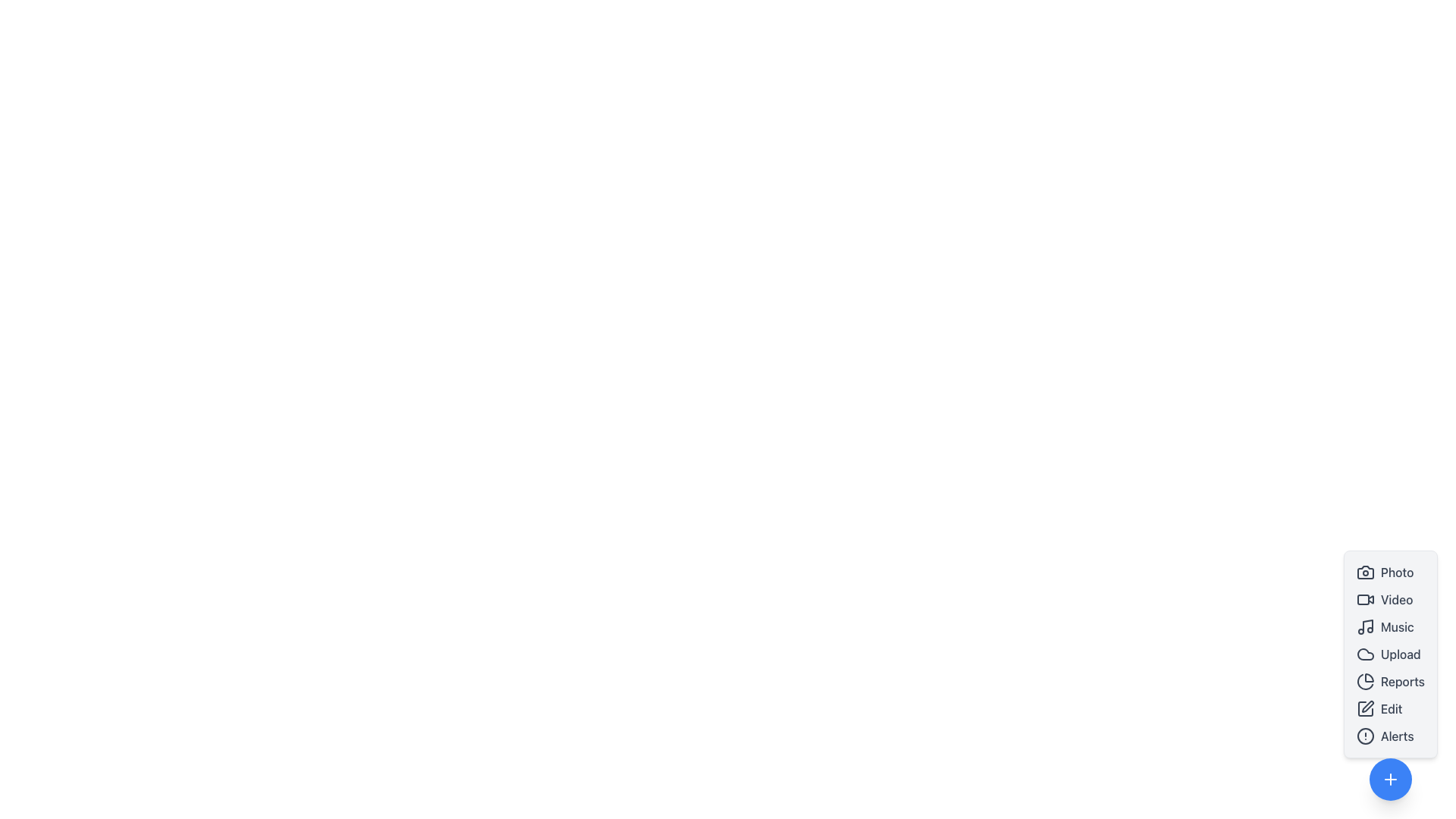 This screenshot has height=819, width=1456. What do you see at coordinates (1392, 708) in the screenshot?
I see `'Edit' label that indicates an editing action in the vertical menu on the right side of the interface` at bounding box center [1392, 708].